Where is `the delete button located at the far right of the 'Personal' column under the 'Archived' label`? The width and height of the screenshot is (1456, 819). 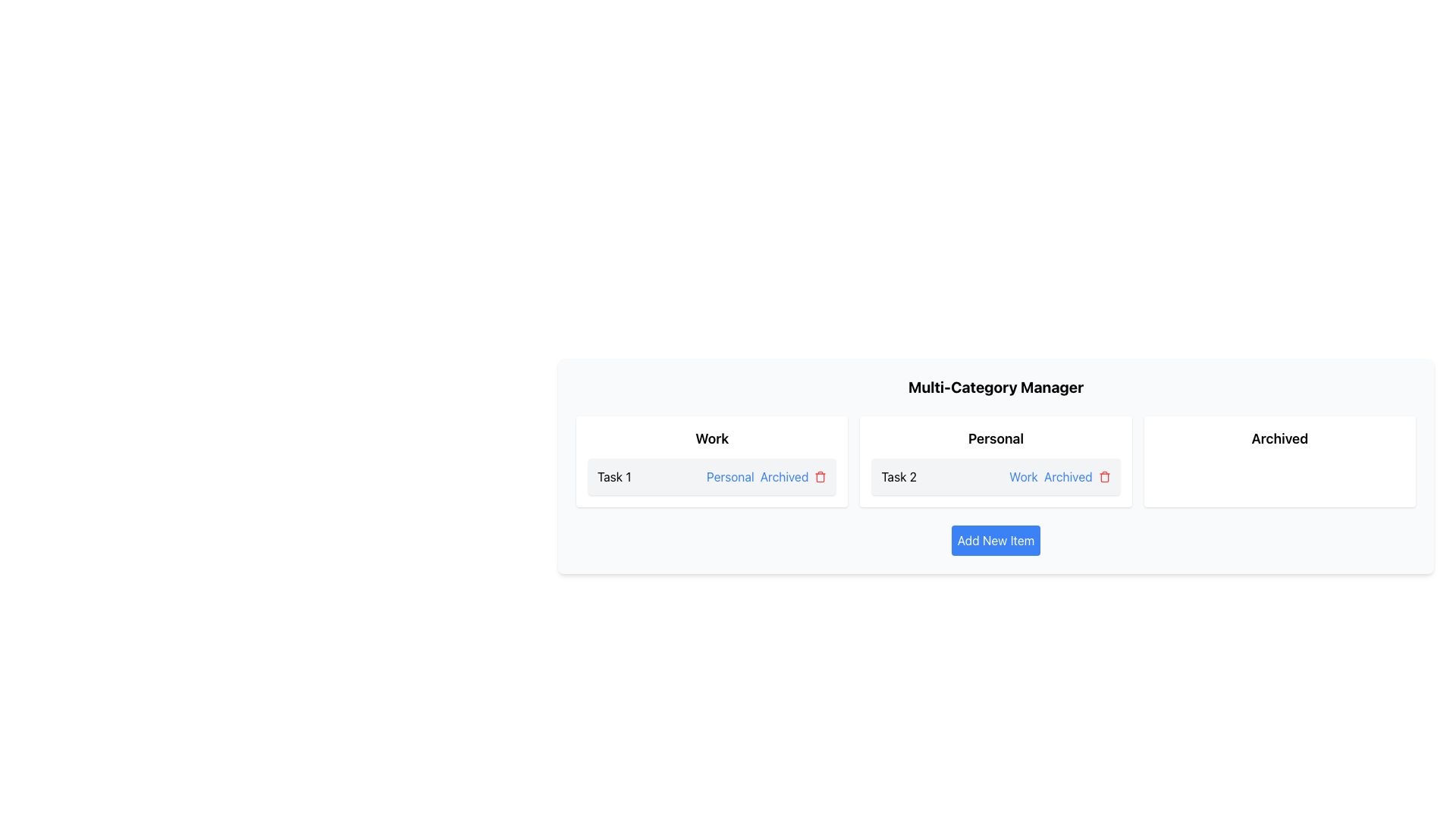
the delete button located at the far right of the 'Personal' column under the 'Archived' label is located at coordinates (820, 475).